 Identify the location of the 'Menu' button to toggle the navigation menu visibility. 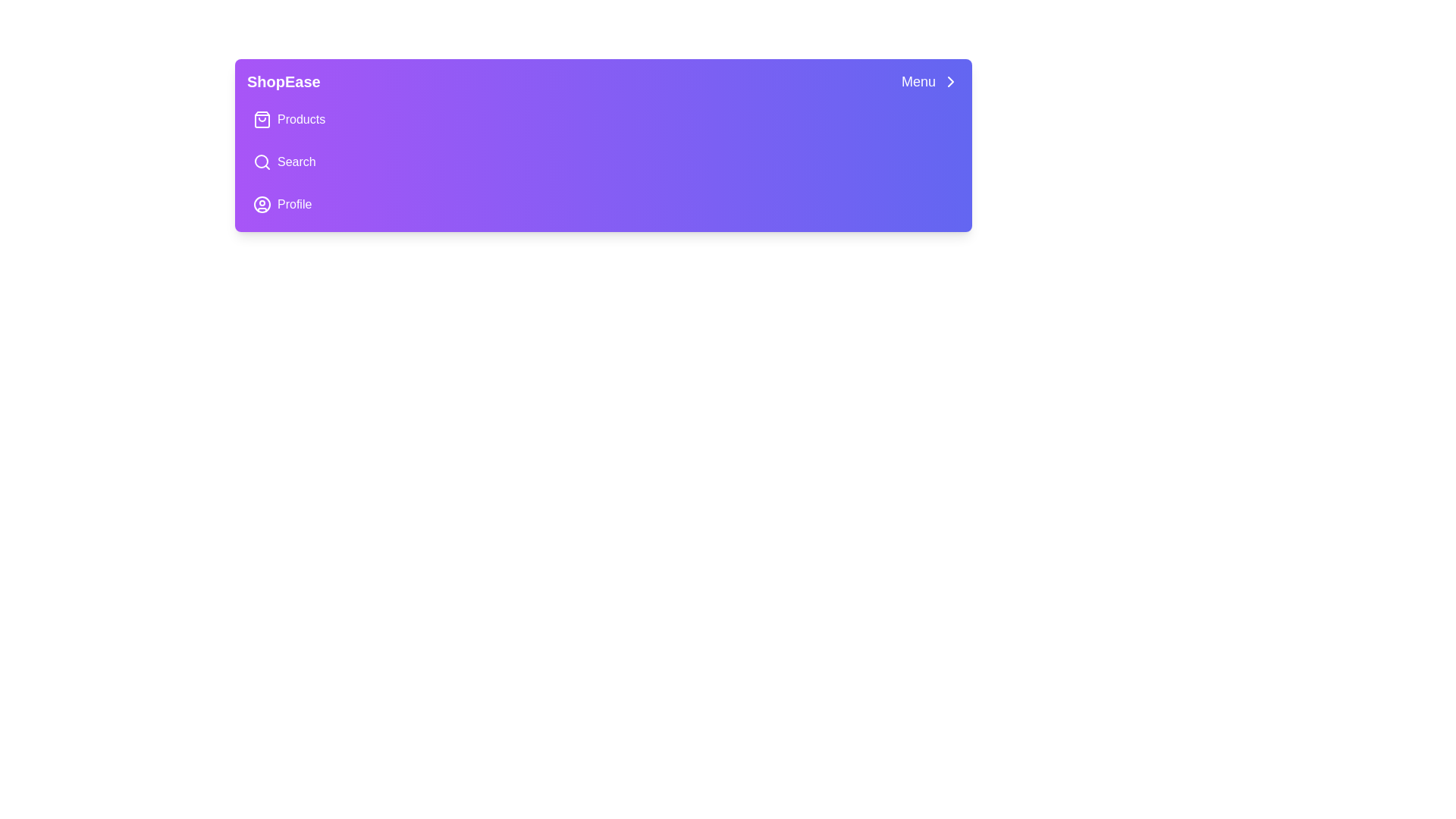
(930, 82).